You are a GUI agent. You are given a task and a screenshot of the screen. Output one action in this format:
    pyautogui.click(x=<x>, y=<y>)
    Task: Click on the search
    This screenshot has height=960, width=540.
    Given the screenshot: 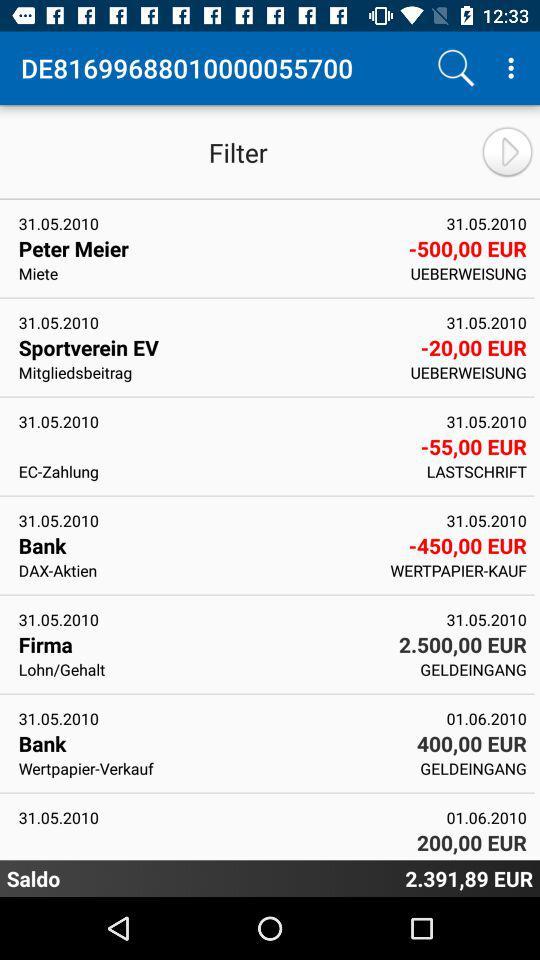 What is the action you would take?
    pyautogui.click(x=455, y=68)
    